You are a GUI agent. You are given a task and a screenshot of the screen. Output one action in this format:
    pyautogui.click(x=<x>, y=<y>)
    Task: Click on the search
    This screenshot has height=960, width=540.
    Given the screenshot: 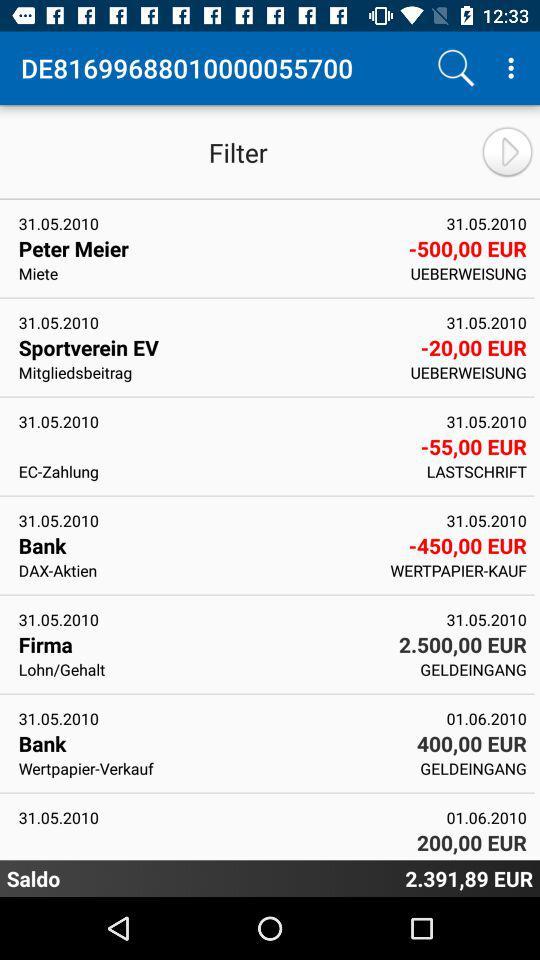 What is the action you would take?
    pyautogui.click(x=455, y=68)
    